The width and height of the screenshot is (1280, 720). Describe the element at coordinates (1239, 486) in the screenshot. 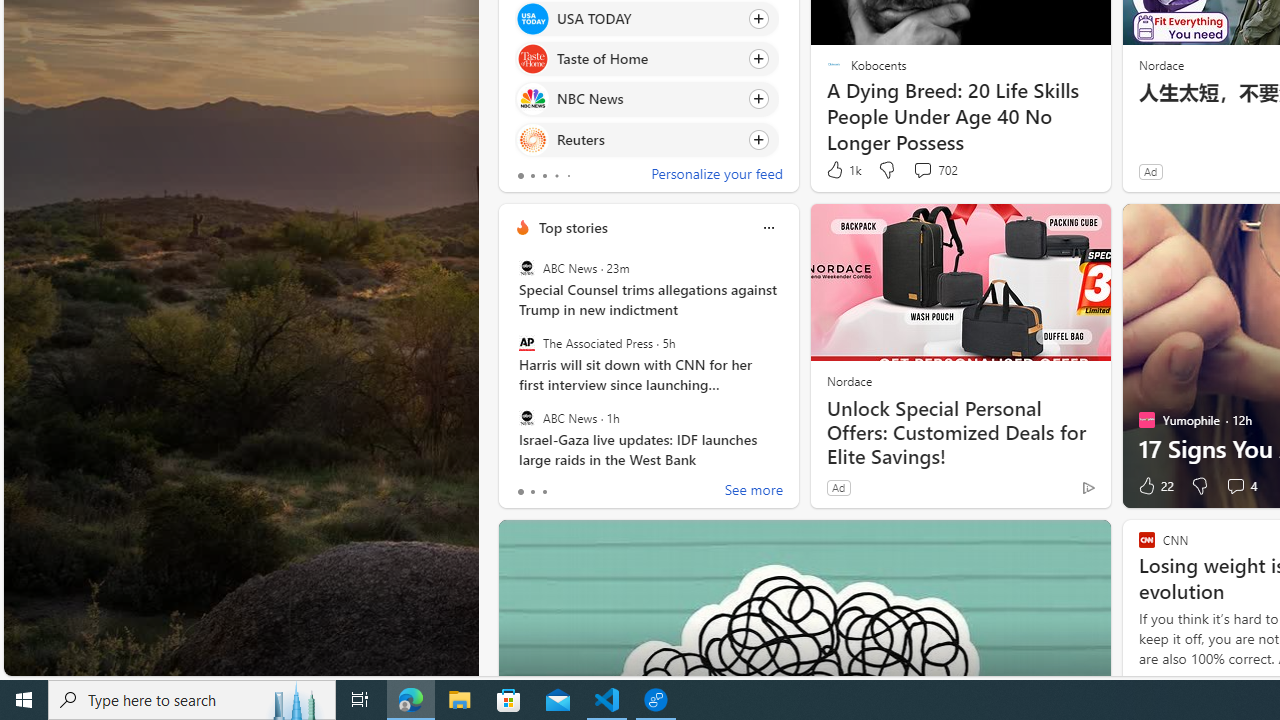

I see `'View comments 4 Comment'` at that location.